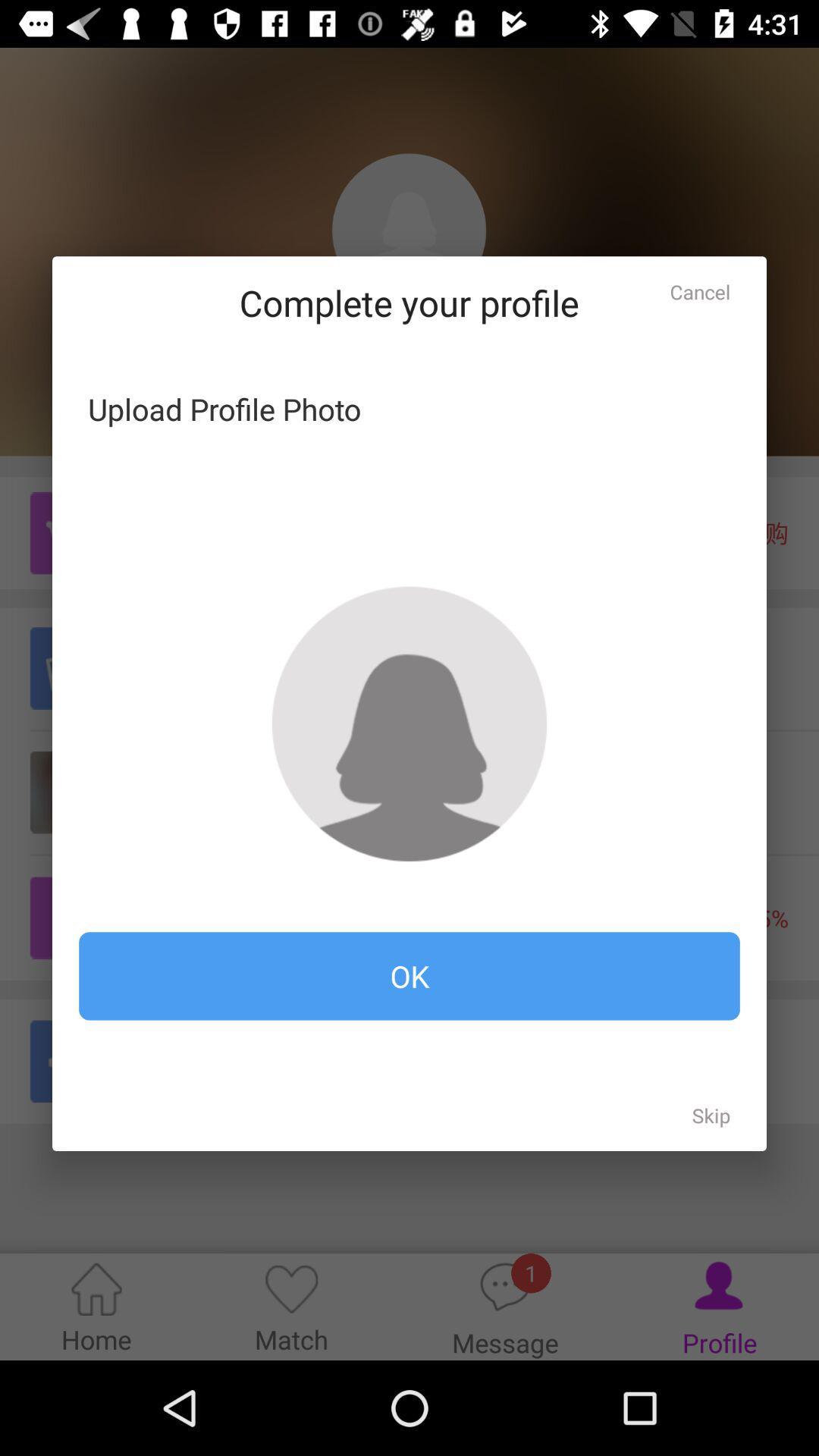  Describe the element at coordinates (409, 976) in the screenshot. I see `ok icon` at that location.